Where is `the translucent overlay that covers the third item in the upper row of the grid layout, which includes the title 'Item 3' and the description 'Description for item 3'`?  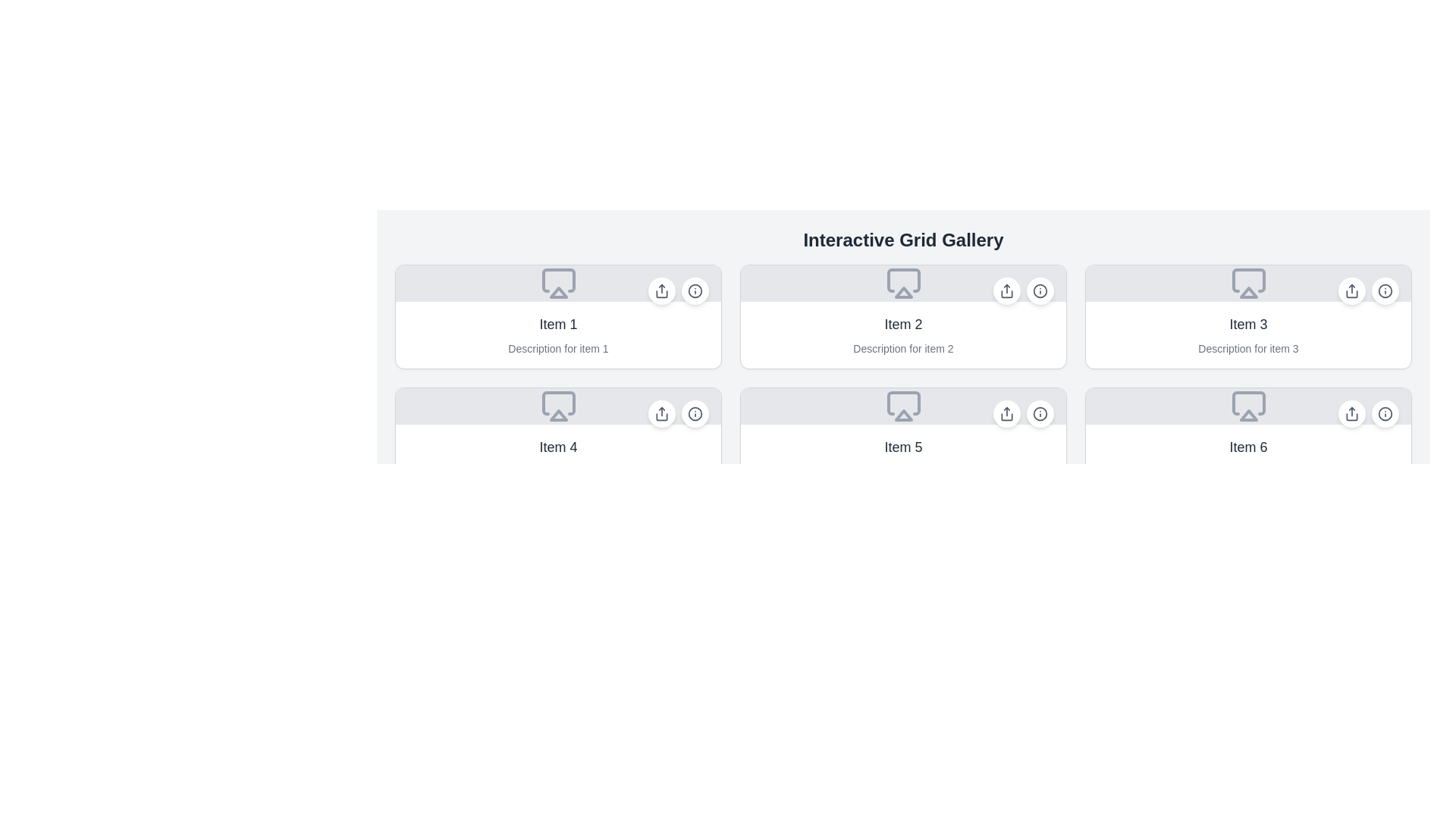
the translucent overlay that covers the third item in the upper row of the grid layout, which includes the title 'Item 3' and the description 'Description for item 3' is located at coordinates (1248, 315).